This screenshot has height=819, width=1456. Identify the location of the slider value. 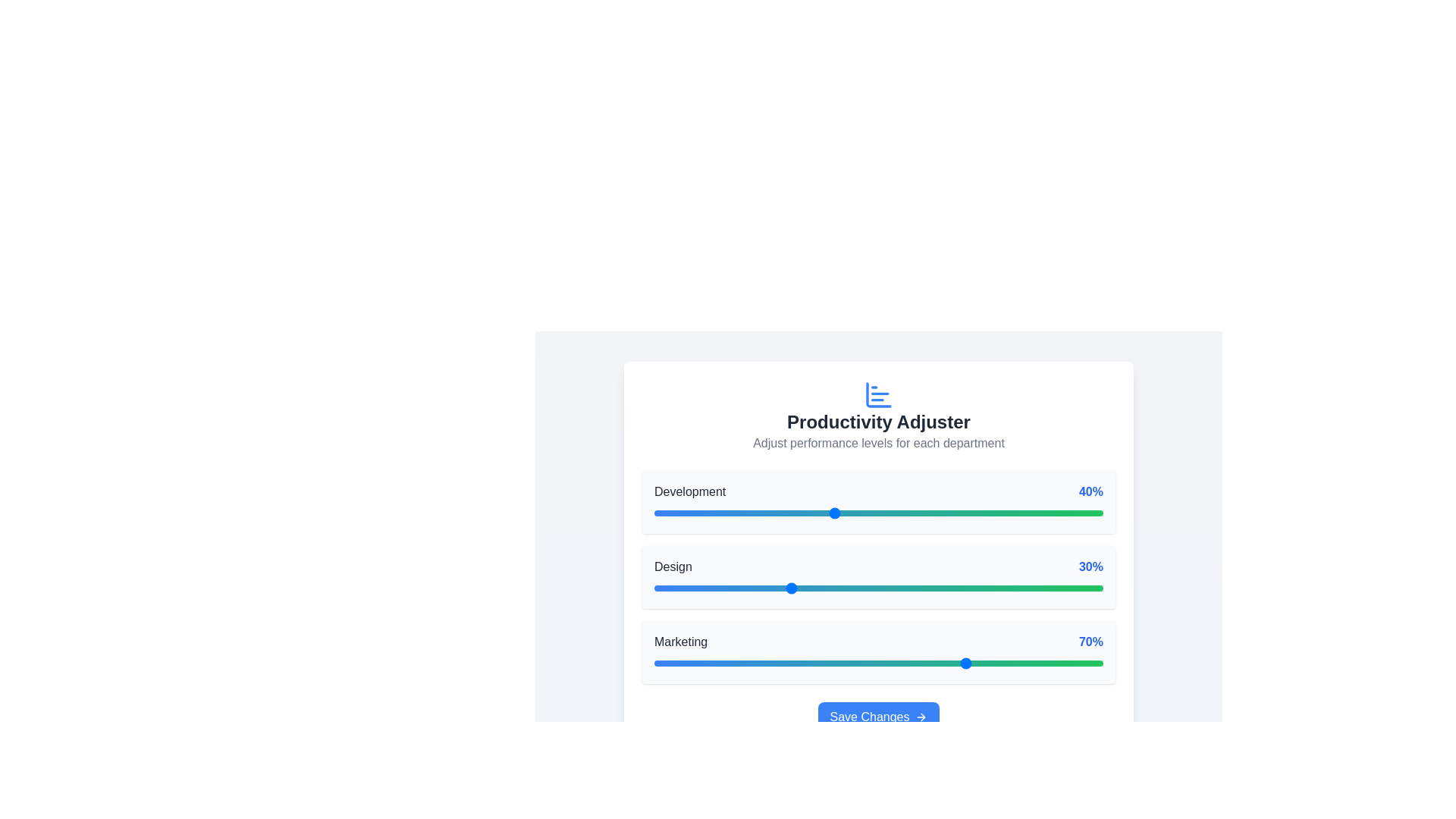
(676, 513).